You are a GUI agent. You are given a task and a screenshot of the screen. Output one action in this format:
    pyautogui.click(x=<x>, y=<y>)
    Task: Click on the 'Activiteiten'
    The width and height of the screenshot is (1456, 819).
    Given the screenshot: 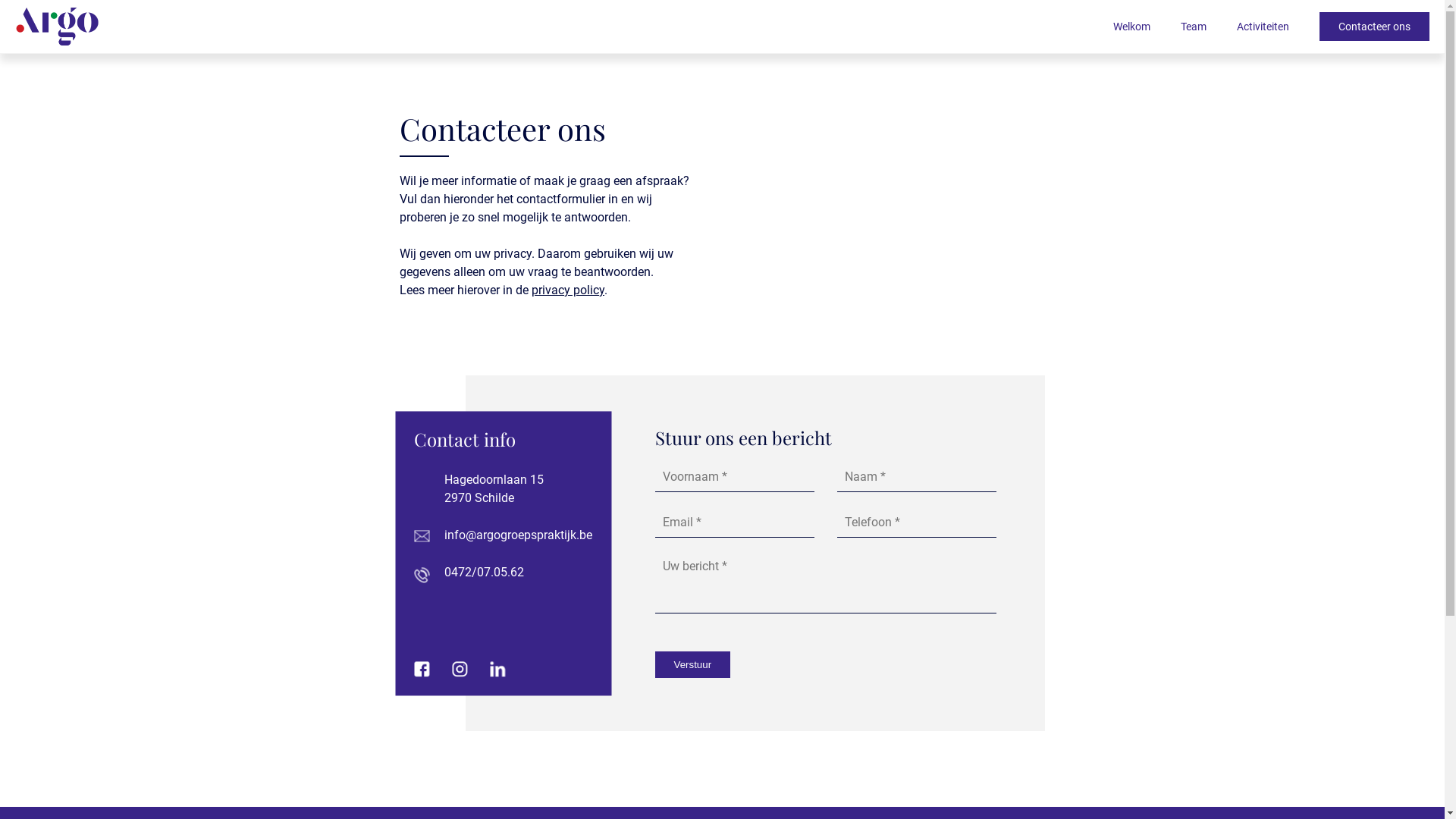 What is the action you would take?
    pyautogui.click(x=1263, y=26)
    